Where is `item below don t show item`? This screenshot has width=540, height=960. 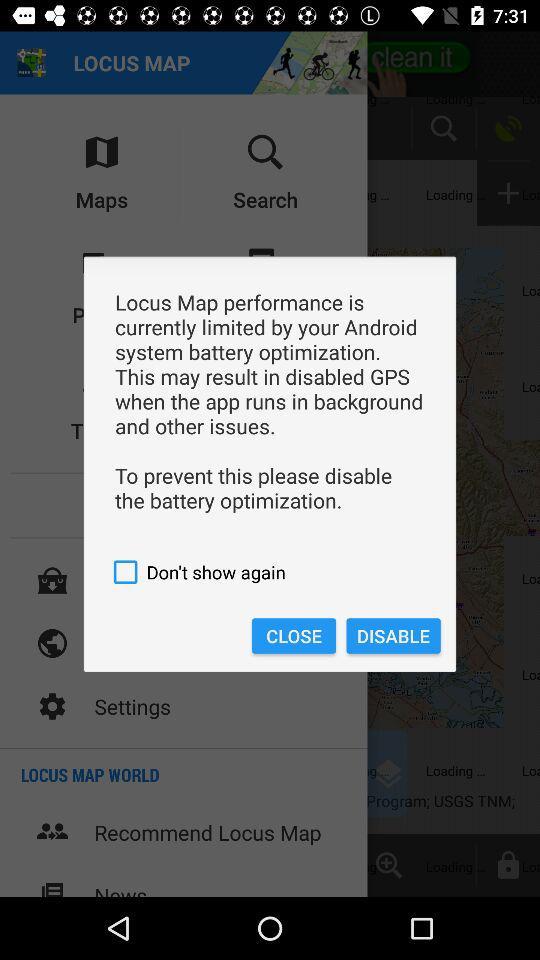
item below don t show item is located at coordinates (393, 635).